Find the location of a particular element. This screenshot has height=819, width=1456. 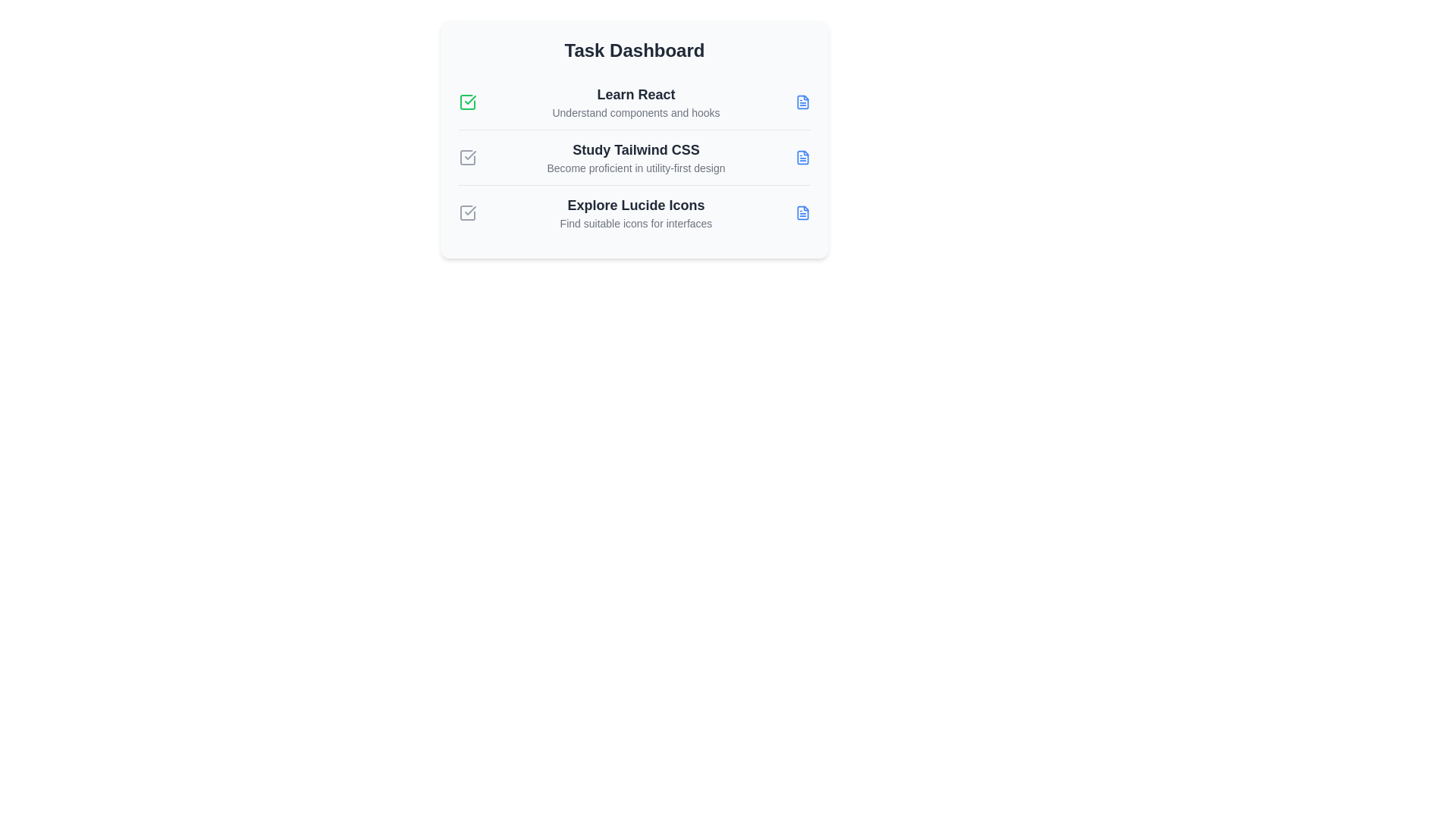

the document icon corresponding to the task 'Explore Lucide Icons' is located at coordinates (802, 213).